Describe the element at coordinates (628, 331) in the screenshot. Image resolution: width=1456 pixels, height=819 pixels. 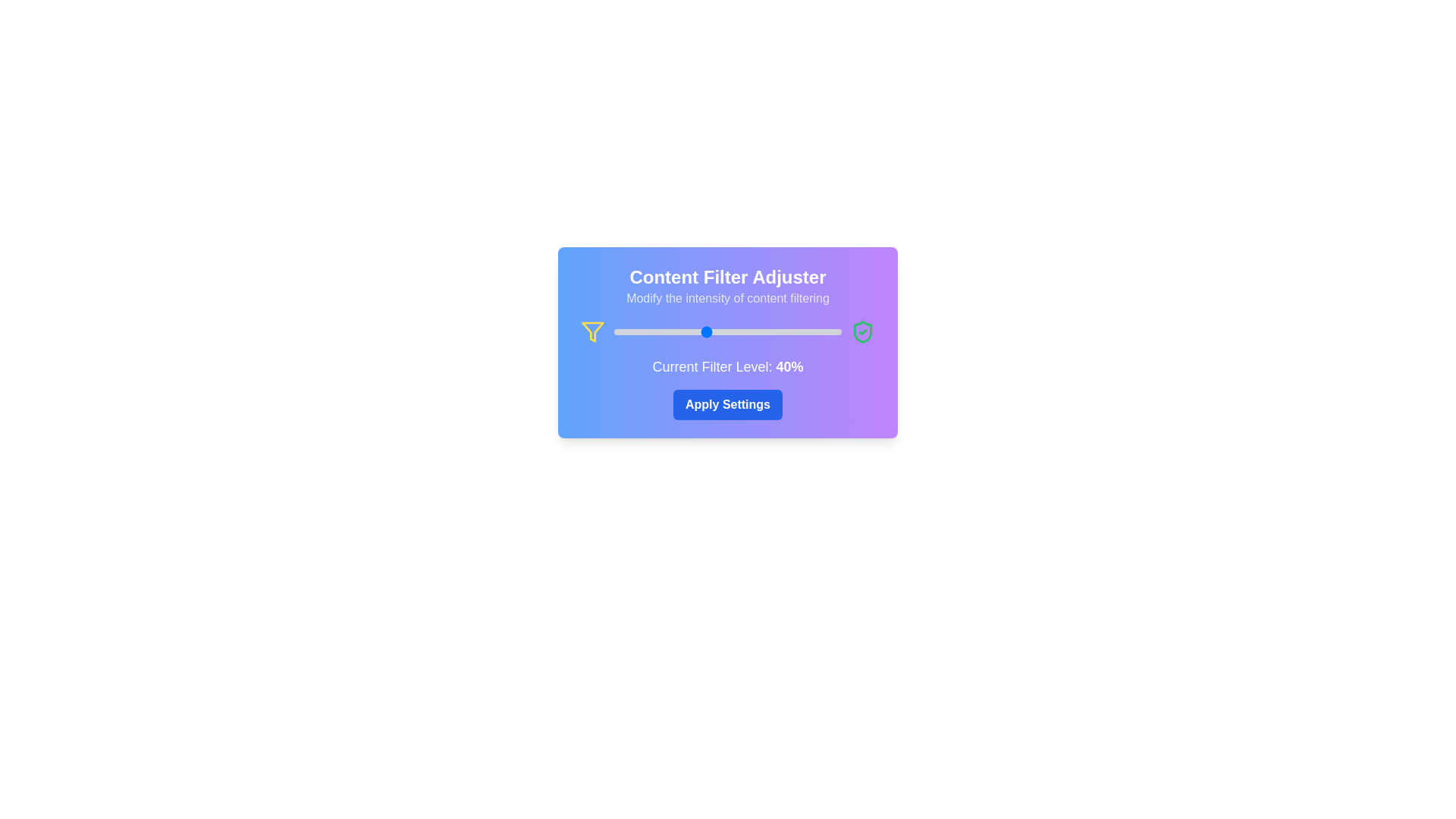
I see `the content filter level to 6% by dragging the slider` at that location.